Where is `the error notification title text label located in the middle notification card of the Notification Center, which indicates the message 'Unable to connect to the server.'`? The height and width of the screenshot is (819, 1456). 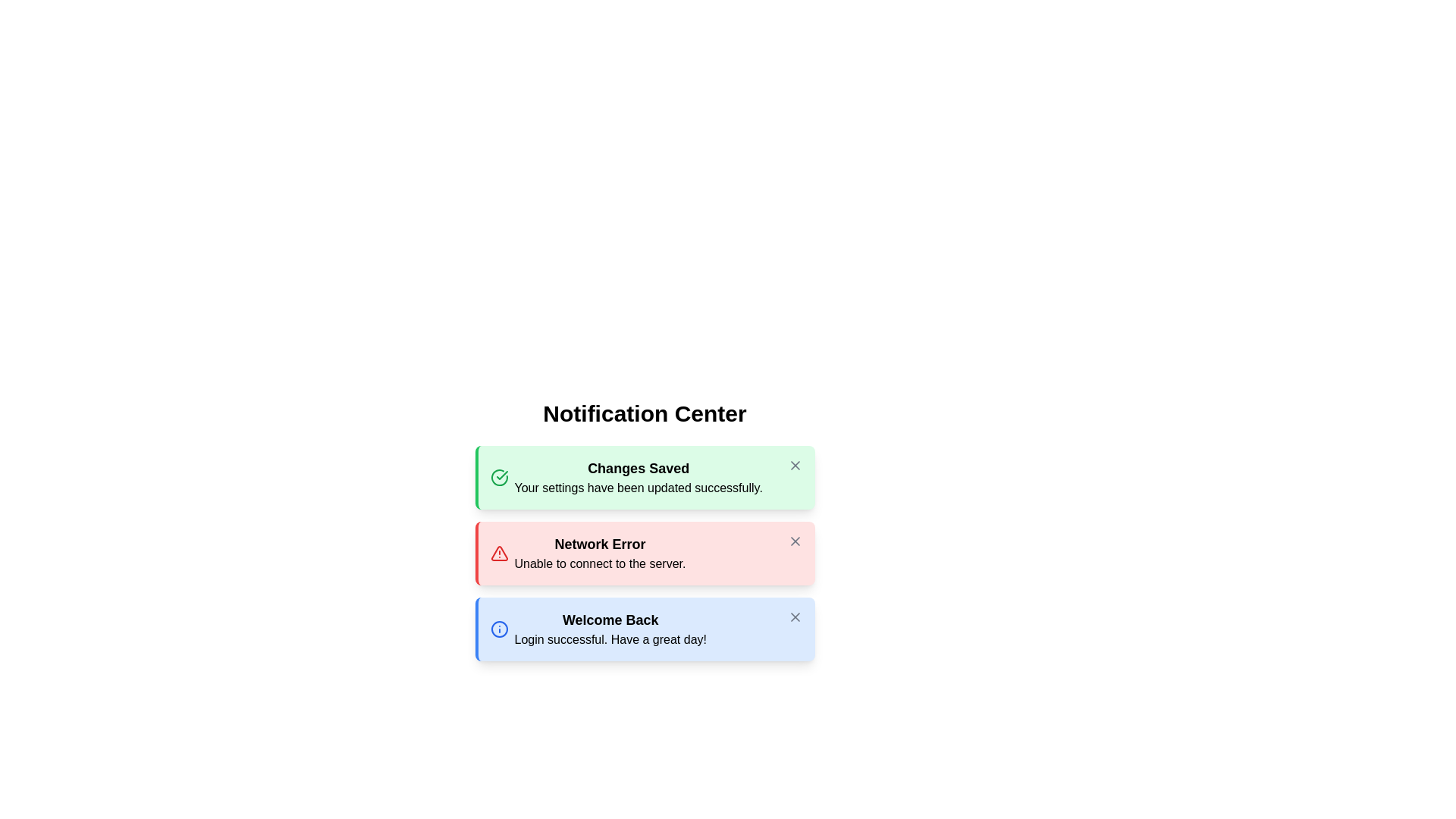 the error notification title text label located in the middle notification card of the Notification Center, which indicates the message 'Unable to connect to the server.' is located at coordinates (599, 543).